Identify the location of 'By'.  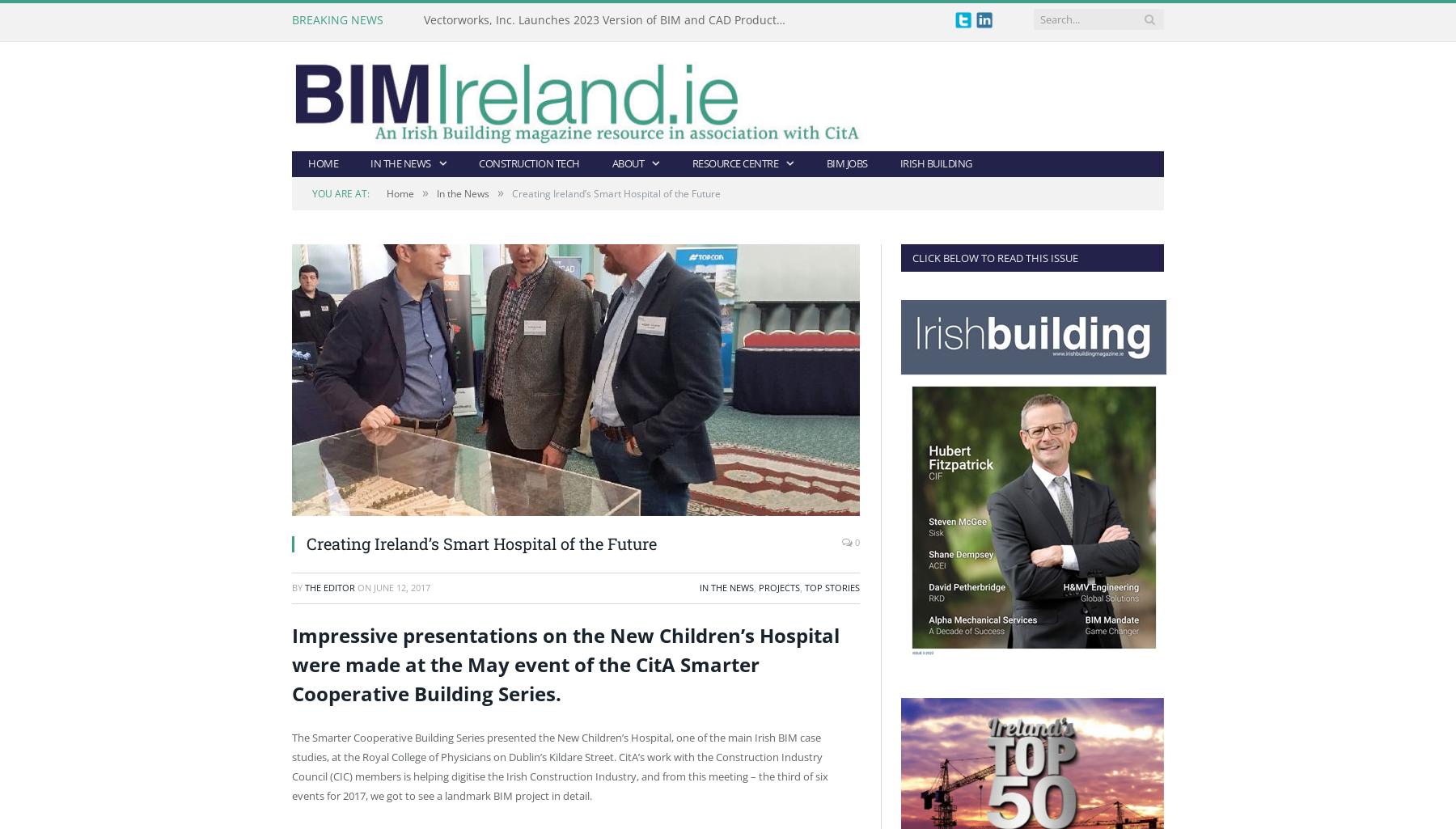
(292, 586).